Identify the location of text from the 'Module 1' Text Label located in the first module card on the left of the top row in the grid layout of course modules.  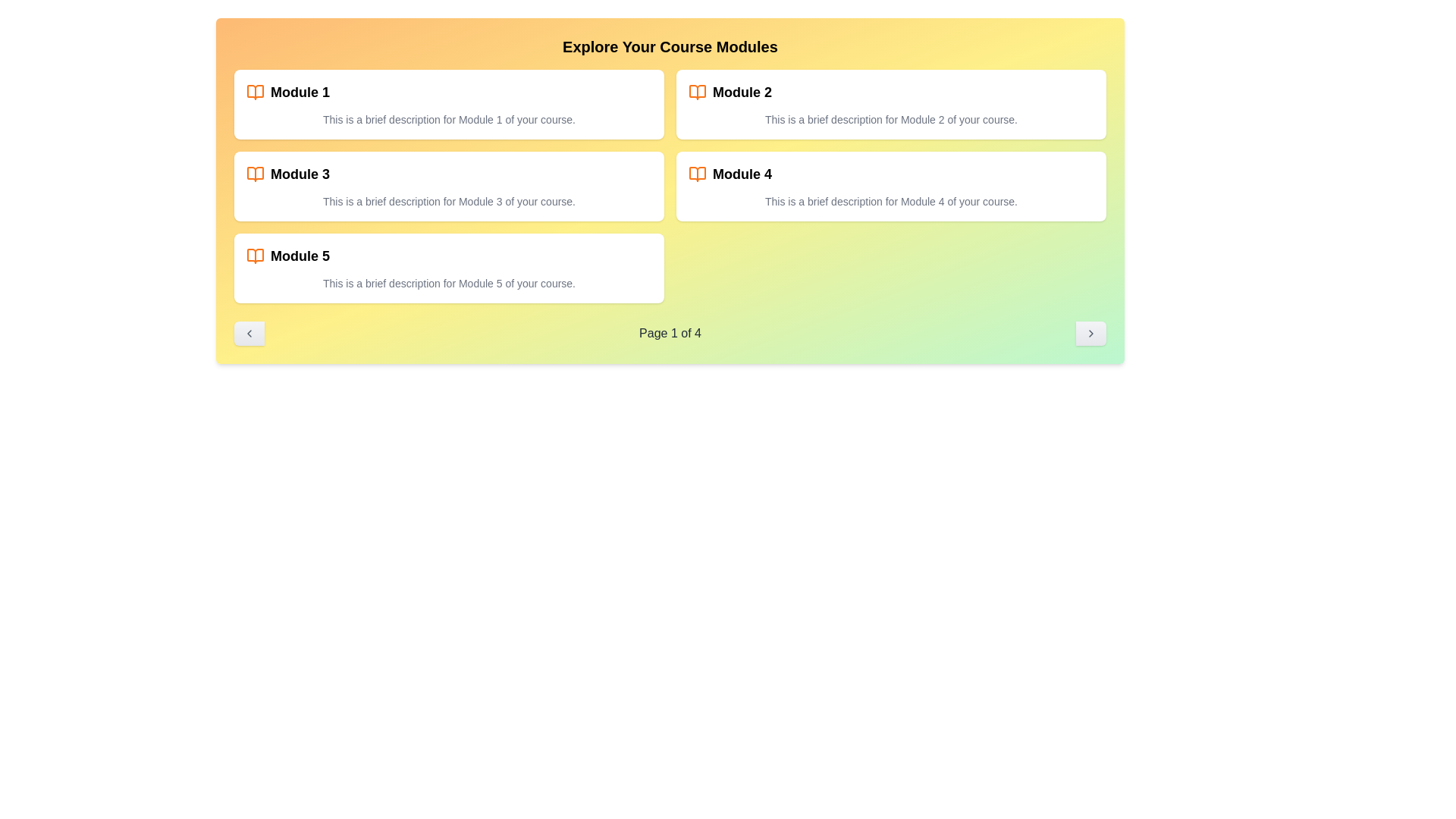
(300, 93).